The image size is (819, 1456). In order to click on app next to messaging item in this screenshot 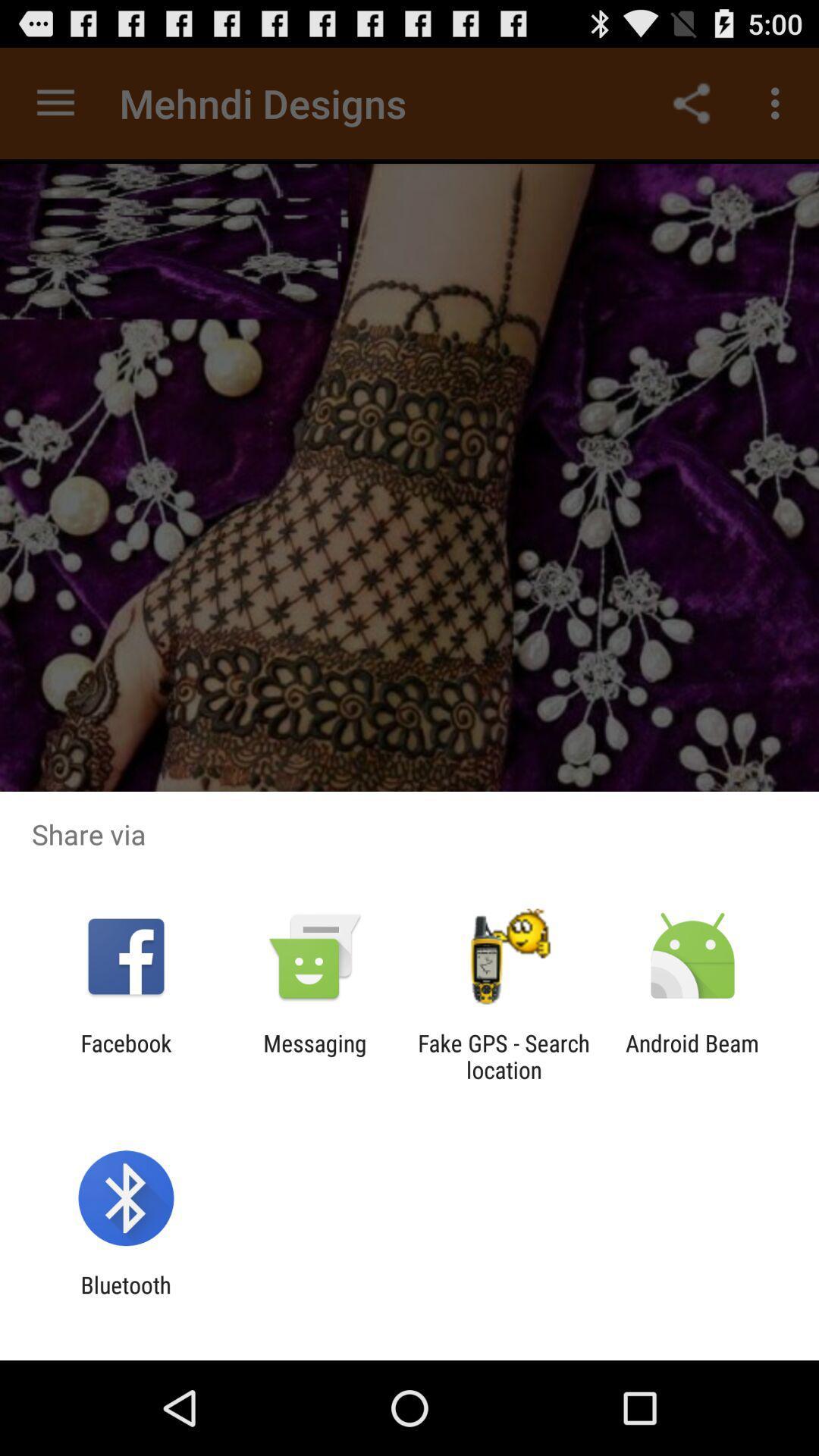, I will do `click(504, 1056)`.